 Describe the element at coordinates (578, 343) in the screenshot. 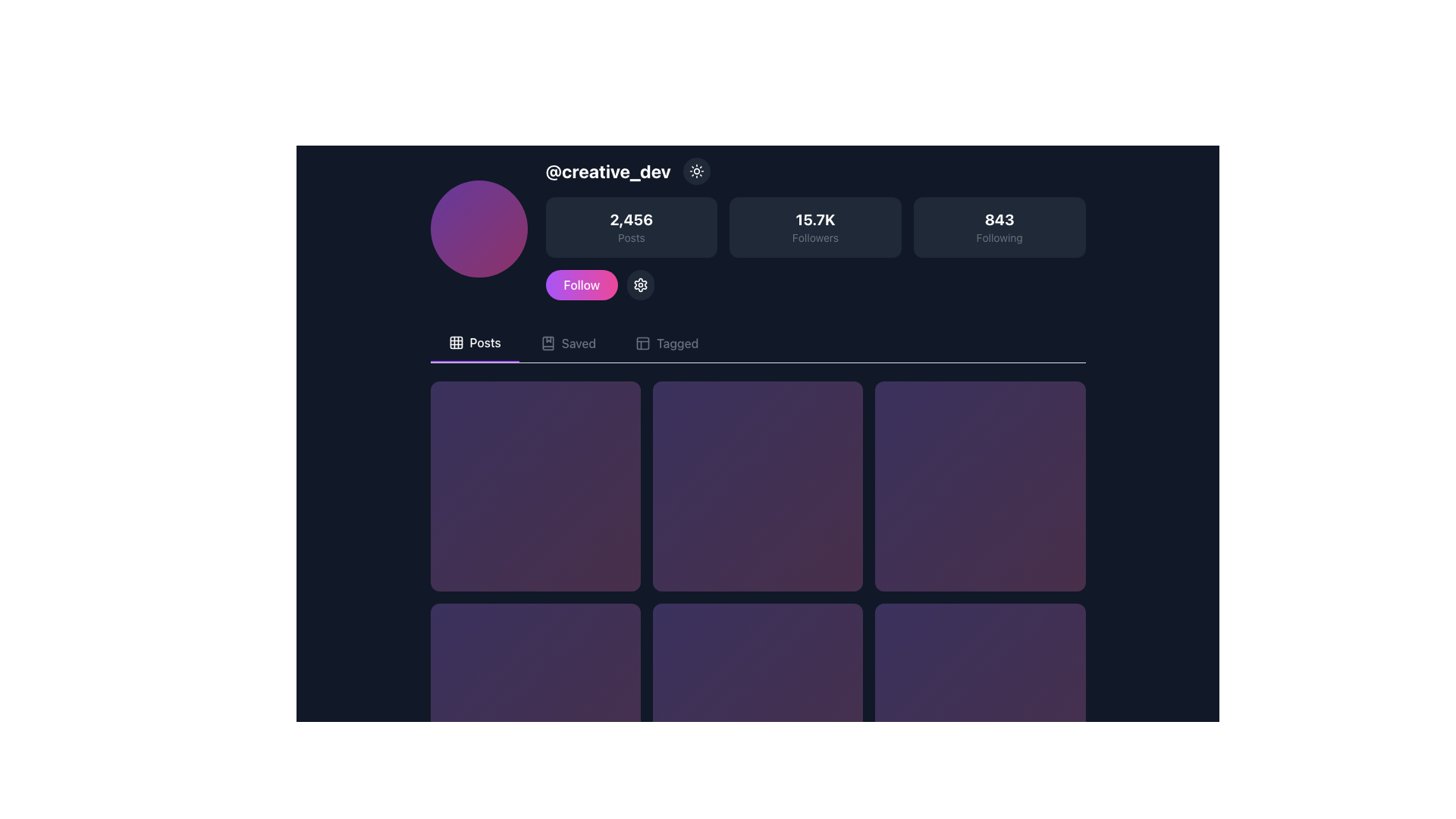

I see `the 'saved' text label in the interactive menu` at that location.